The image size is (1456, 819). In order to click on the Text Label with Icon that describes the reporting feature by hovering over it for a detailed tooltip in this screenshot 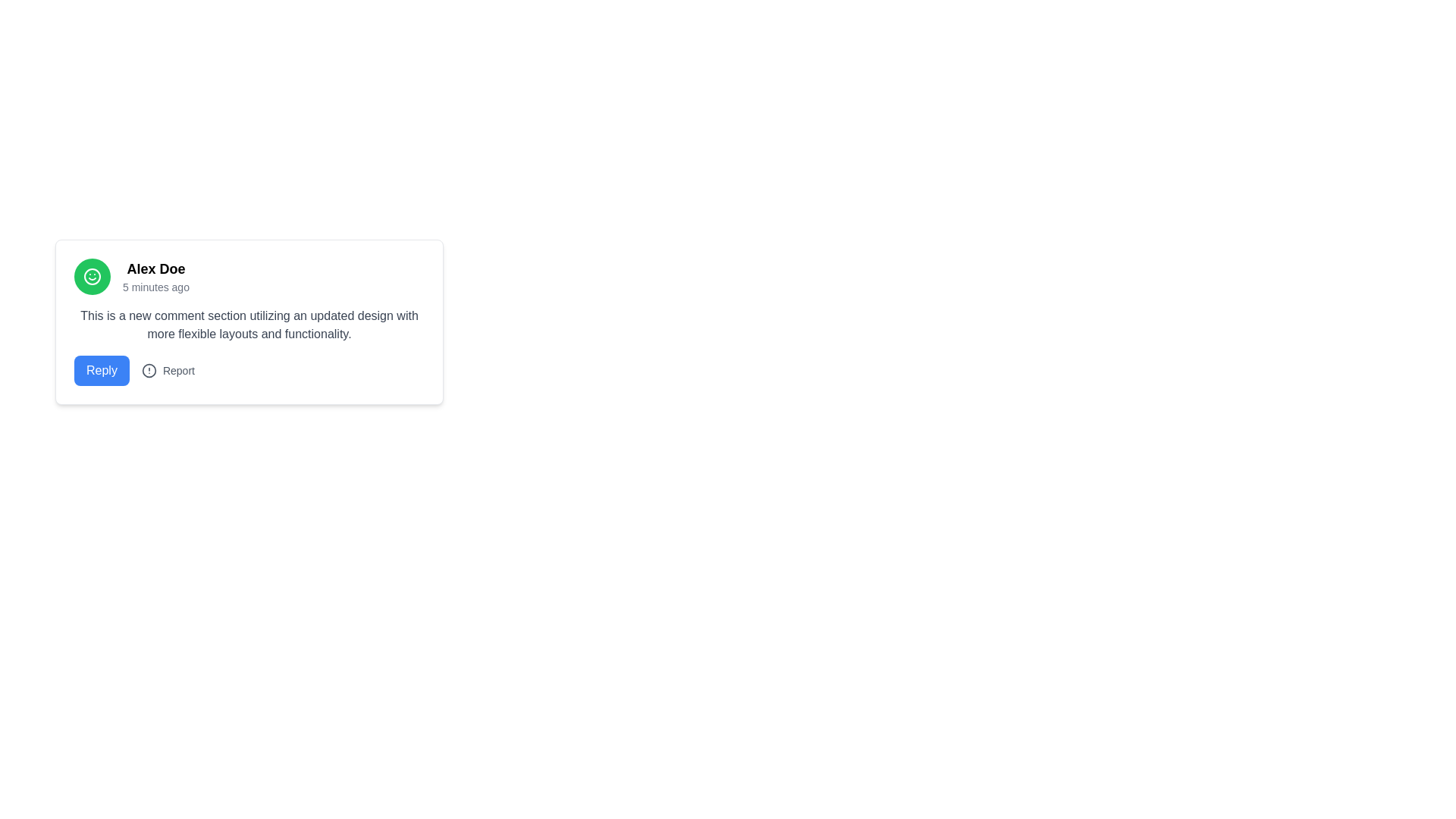, I will do `click(168, 371)`.